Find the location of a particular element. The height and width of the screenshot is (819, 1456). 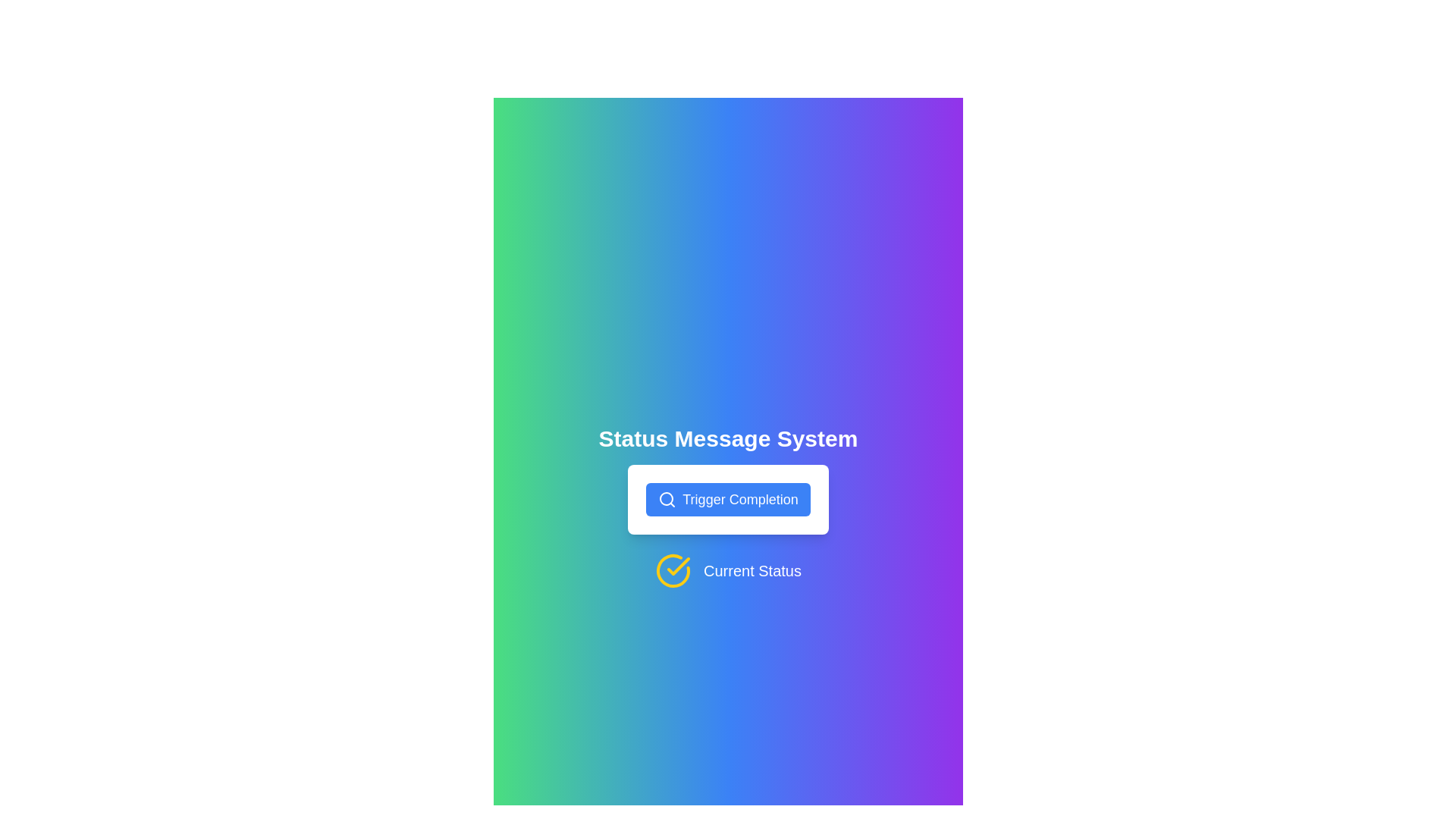

the blue rectangular button with rounded corners that reads 'Trigger Completion' to observe the hover effects is located at coordinates (728, 500).